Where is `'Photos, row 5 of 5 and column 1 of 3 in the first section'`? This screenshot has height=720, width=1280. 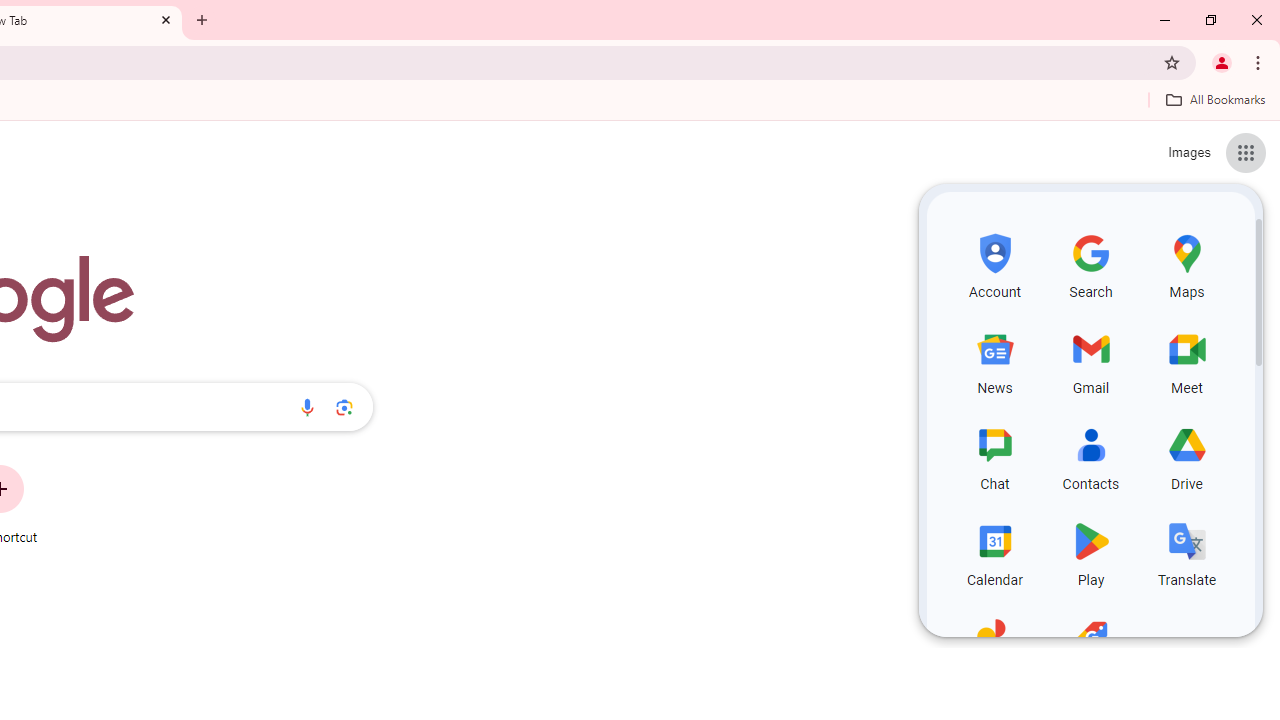
'Photos, row 5 of 5 and column 1 of 3 in the first section' is located at coordinates (995, 648).